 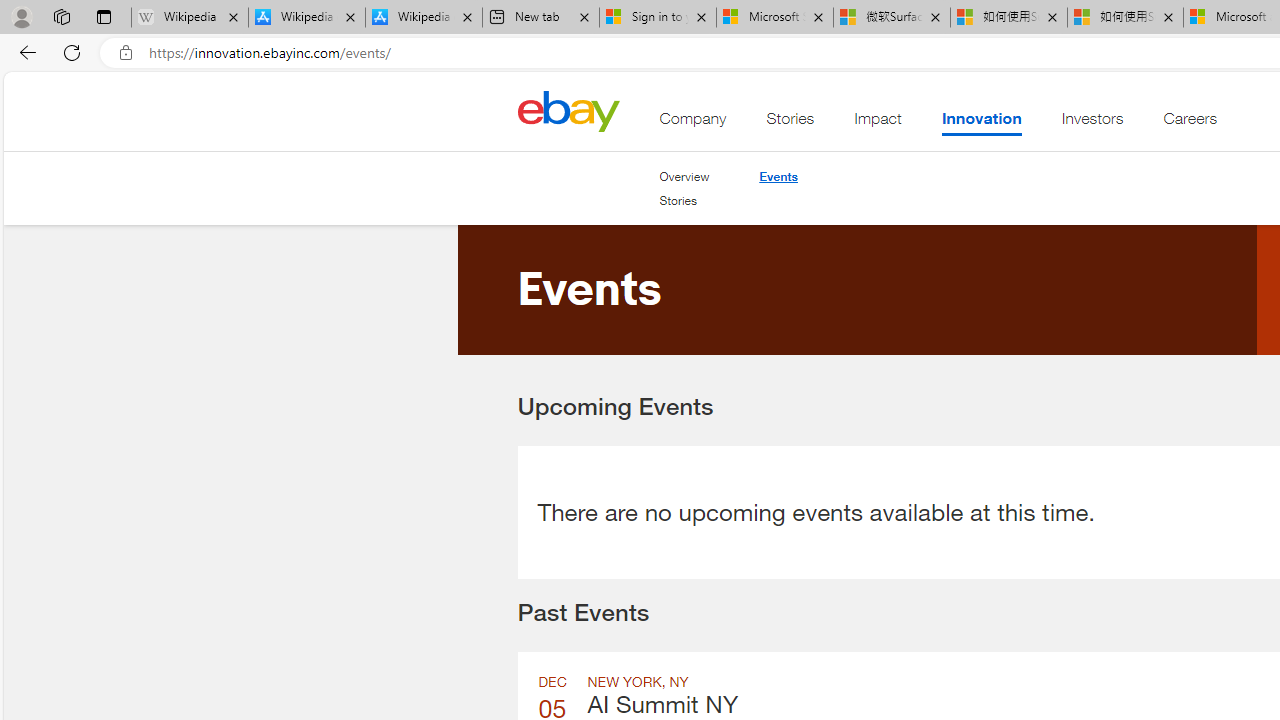 I want to click on 'Company', so click(x=693, y=123).